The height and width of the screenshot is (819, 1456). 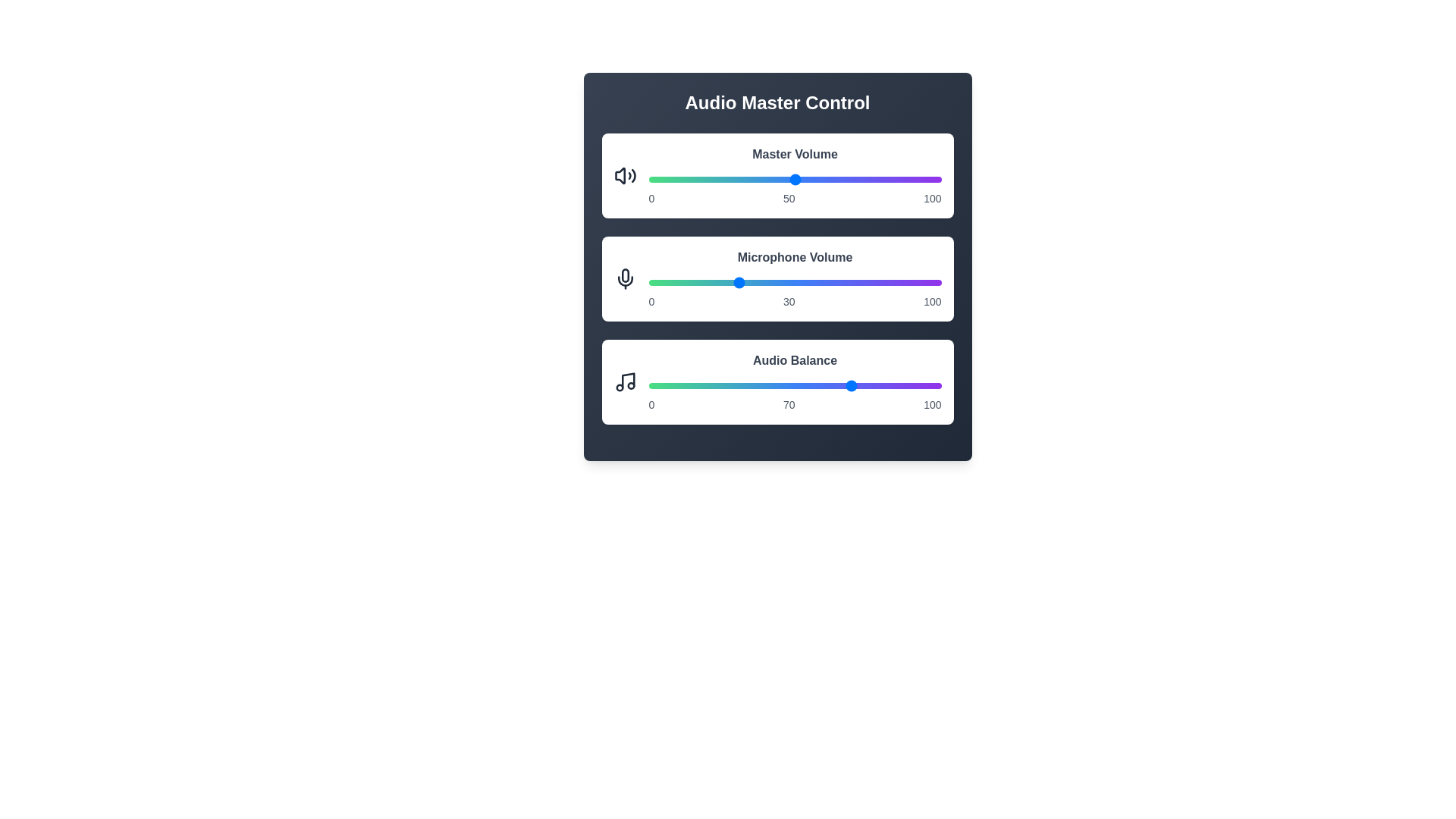 I want to click on the Audio Balance slider to 22%, so click(x=712, y=385).